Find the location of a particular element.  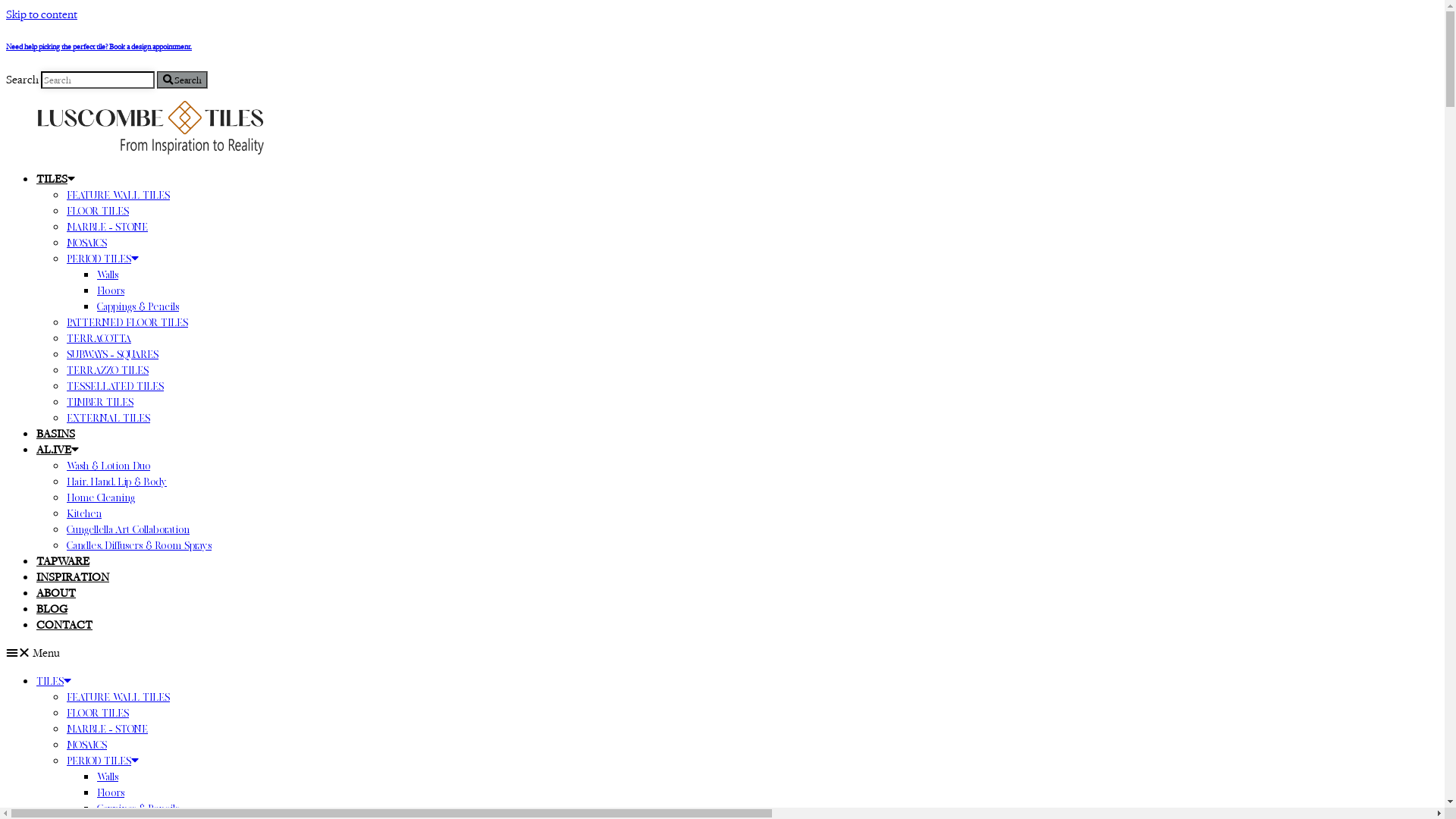

'TERRAZZO TILES' is located at coordinates (65, 370).